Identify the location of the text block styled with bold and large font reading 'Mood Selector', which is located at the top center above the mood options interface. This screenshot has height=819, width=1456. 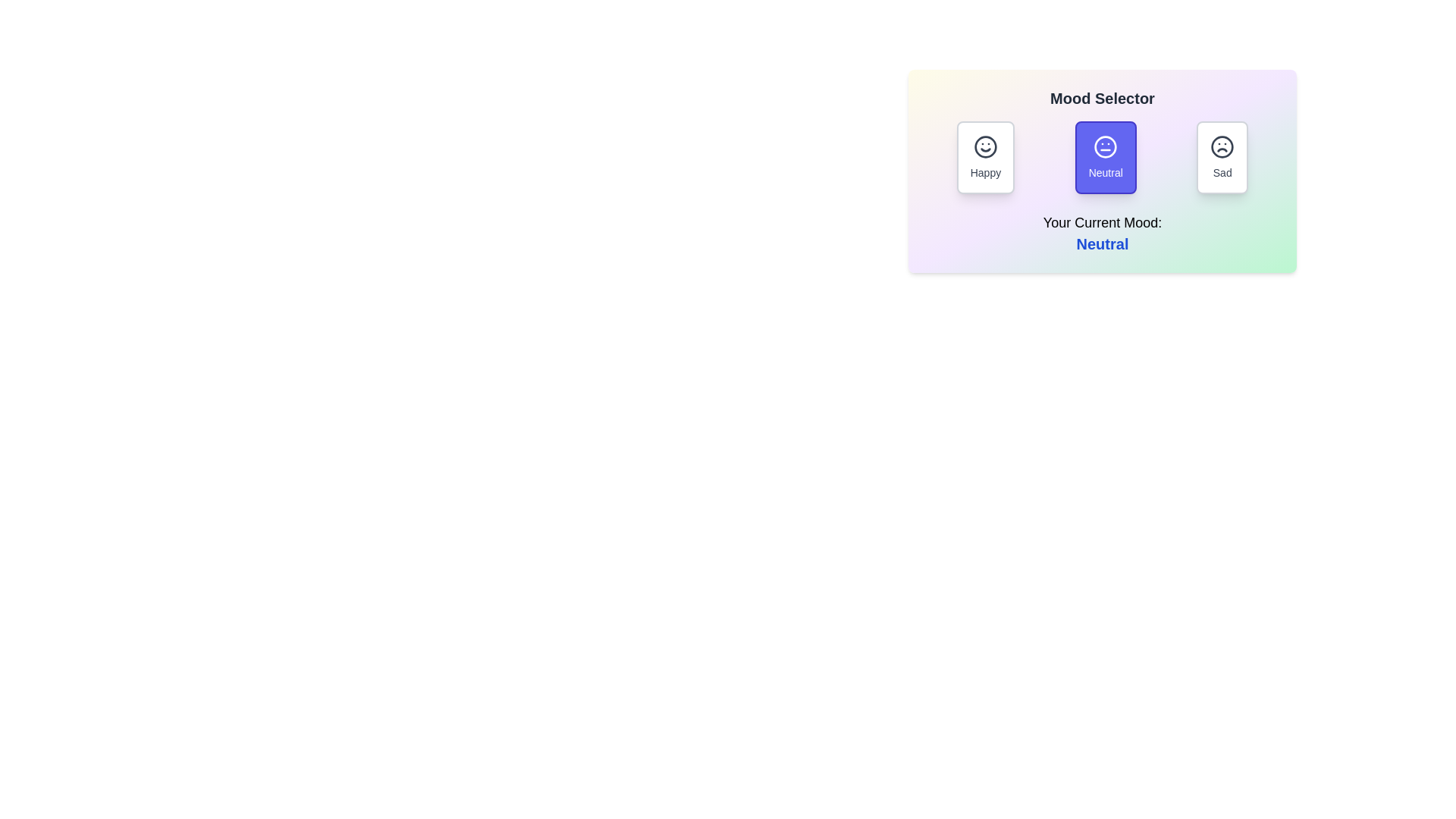
(1103, 99).